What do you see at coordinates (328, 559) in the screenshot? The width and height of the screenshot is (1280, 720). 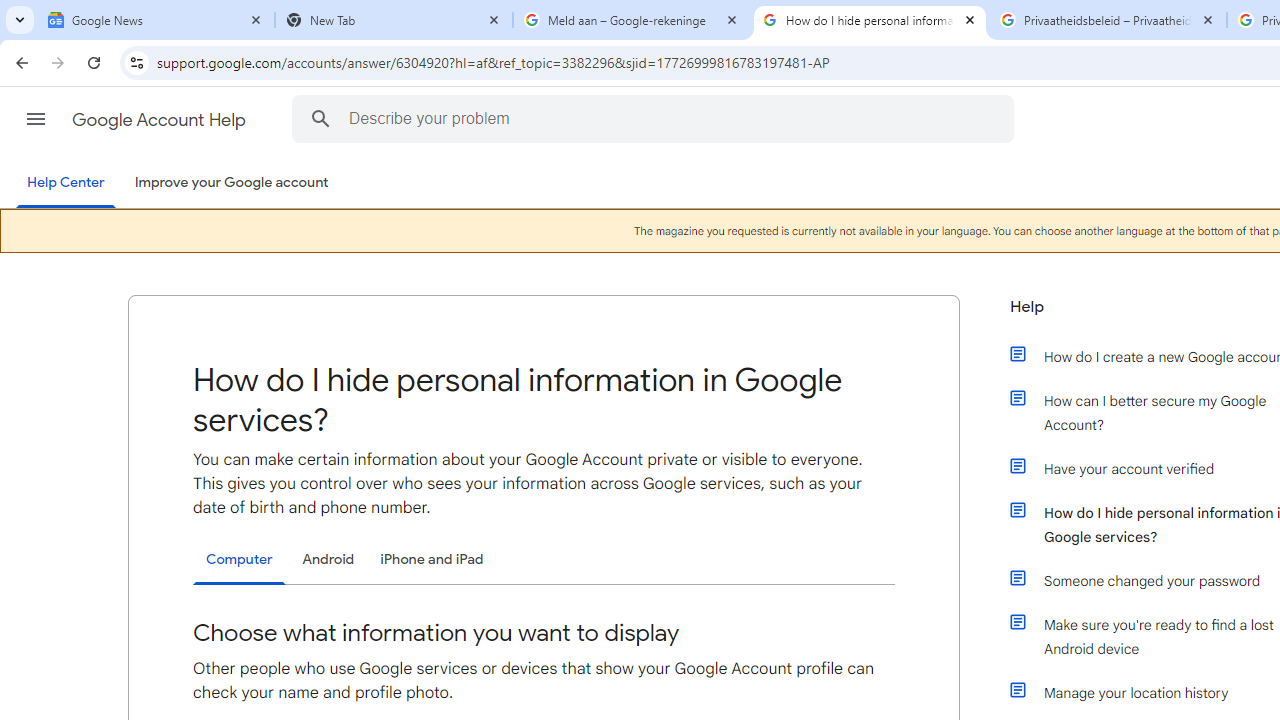 I see `'Android'` at bounding box center [328, 559].